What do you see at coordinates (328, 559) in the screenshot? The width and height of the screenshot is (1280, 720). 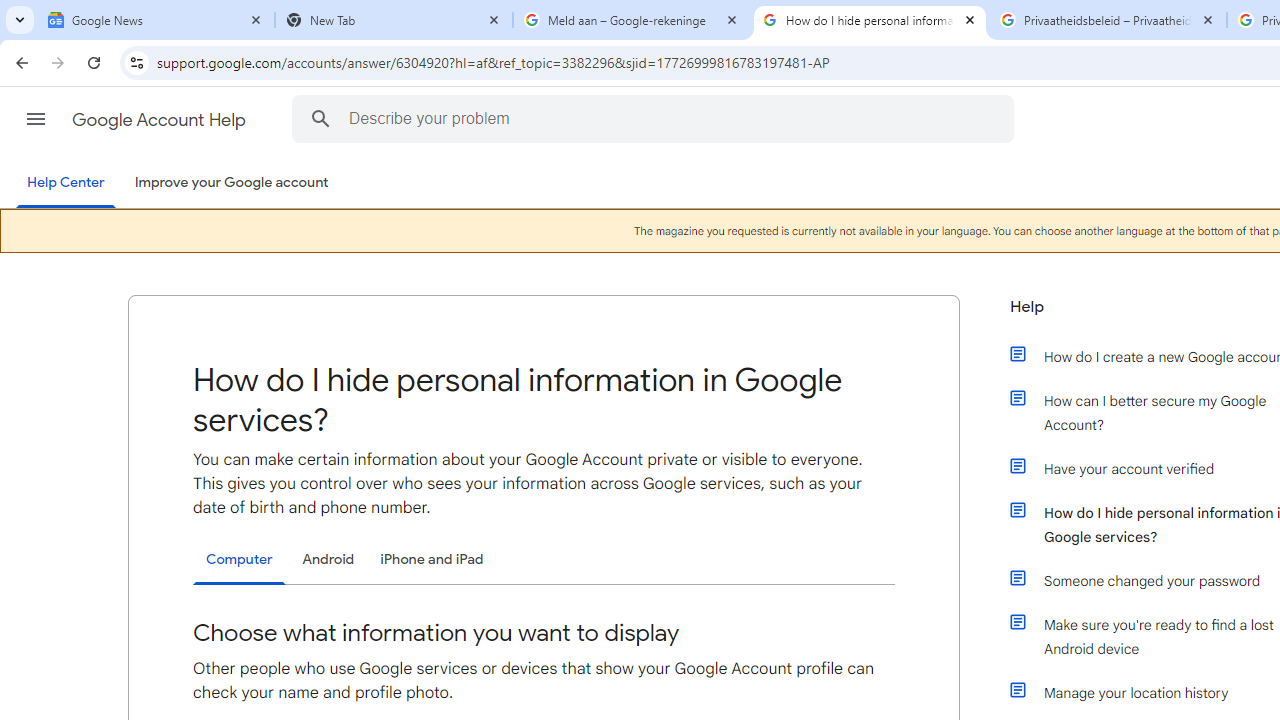 I see `'Android'` at bounding box center [328, 559].